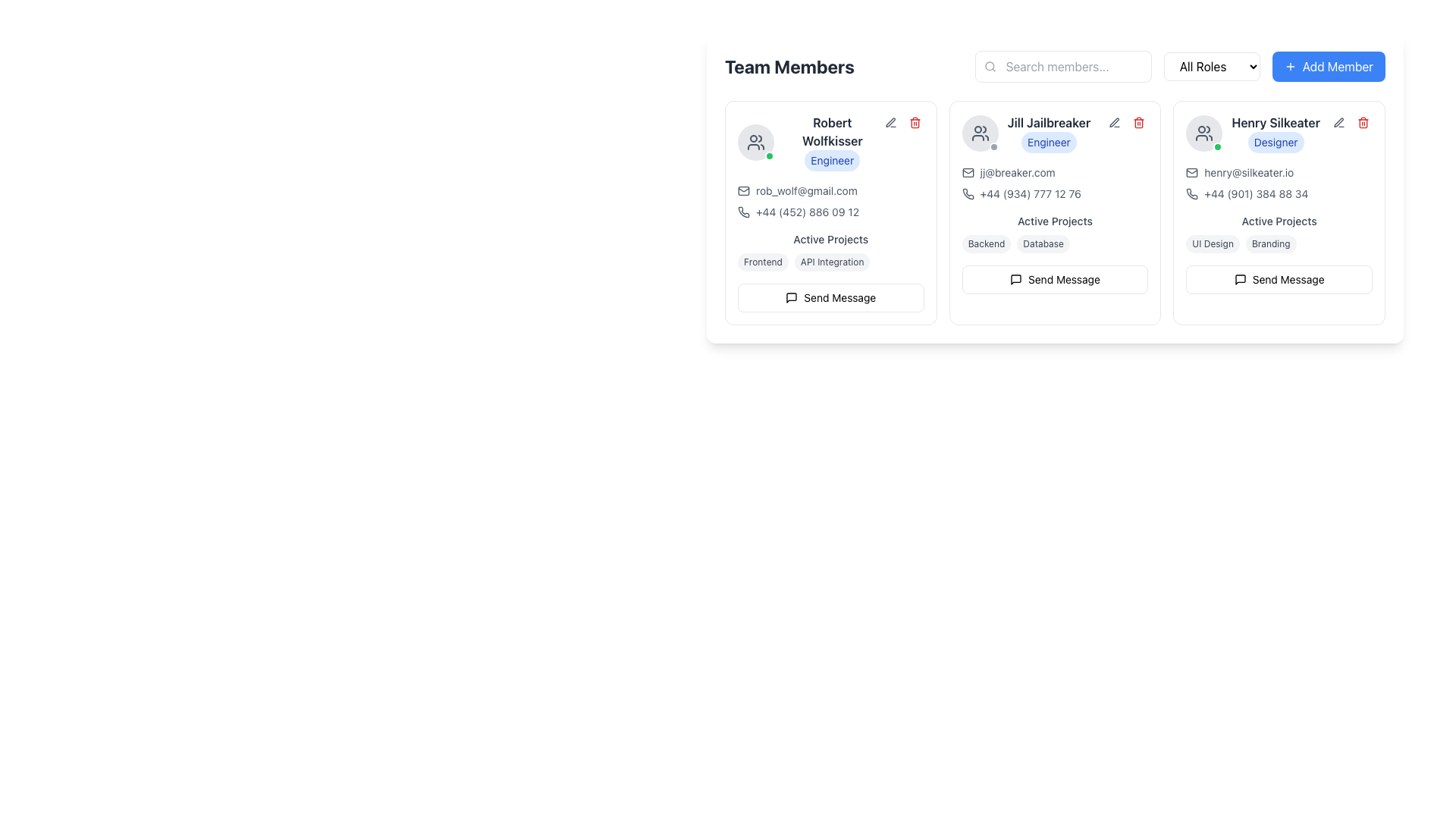 The height and width of the screenshot is (819, 1456). What do you see at coordinates (967, 171) in the screenshot?
I see `the decorative icon indicating the contact email address for Jill Jailbreaker, located to the left of 'jj@breaker.com'` at bounding box center [967, 171].